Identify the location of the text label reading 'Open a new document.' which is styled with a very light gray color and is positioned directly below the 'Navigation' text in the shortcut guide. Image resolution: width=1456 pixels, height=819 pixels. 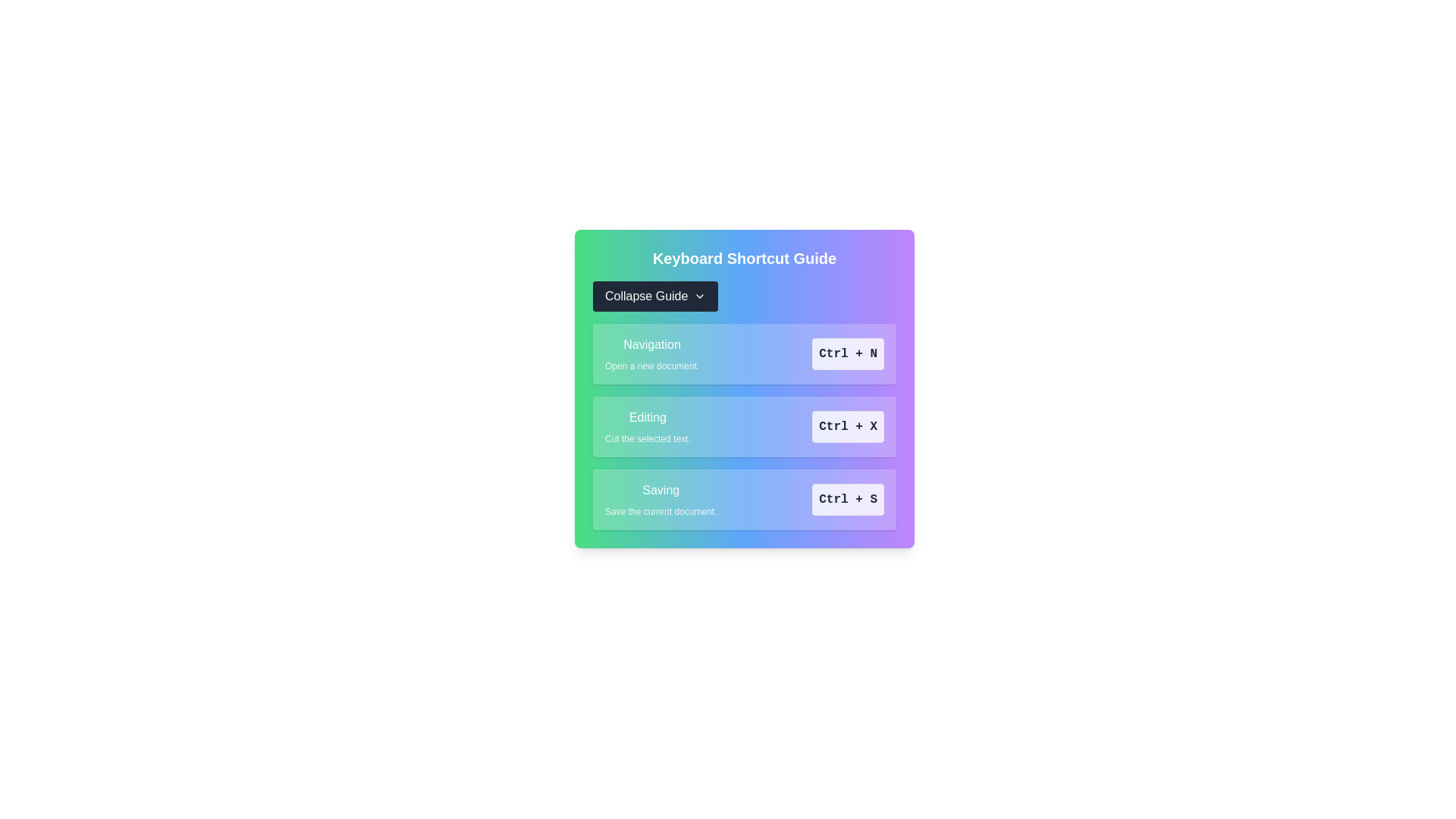
(651, 366).